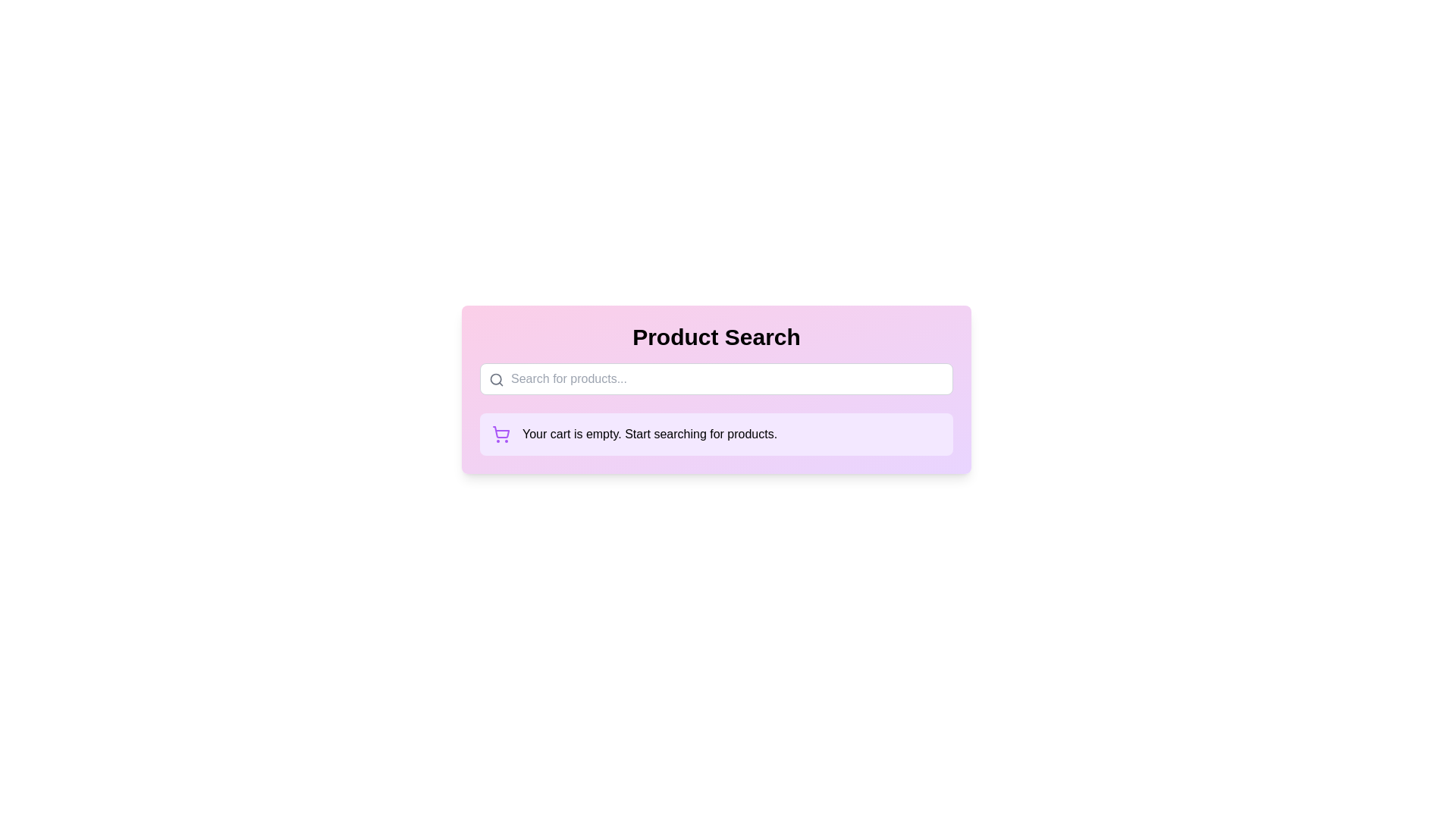 The width and height of the screenshot is (1456, 819). What do you see at coordinates (496, 379) in the screenshot?
I see `the Search Icon, which resembles a magnifying glass and is positioned on the left side of the search input field` at bounding box center [496, 379].